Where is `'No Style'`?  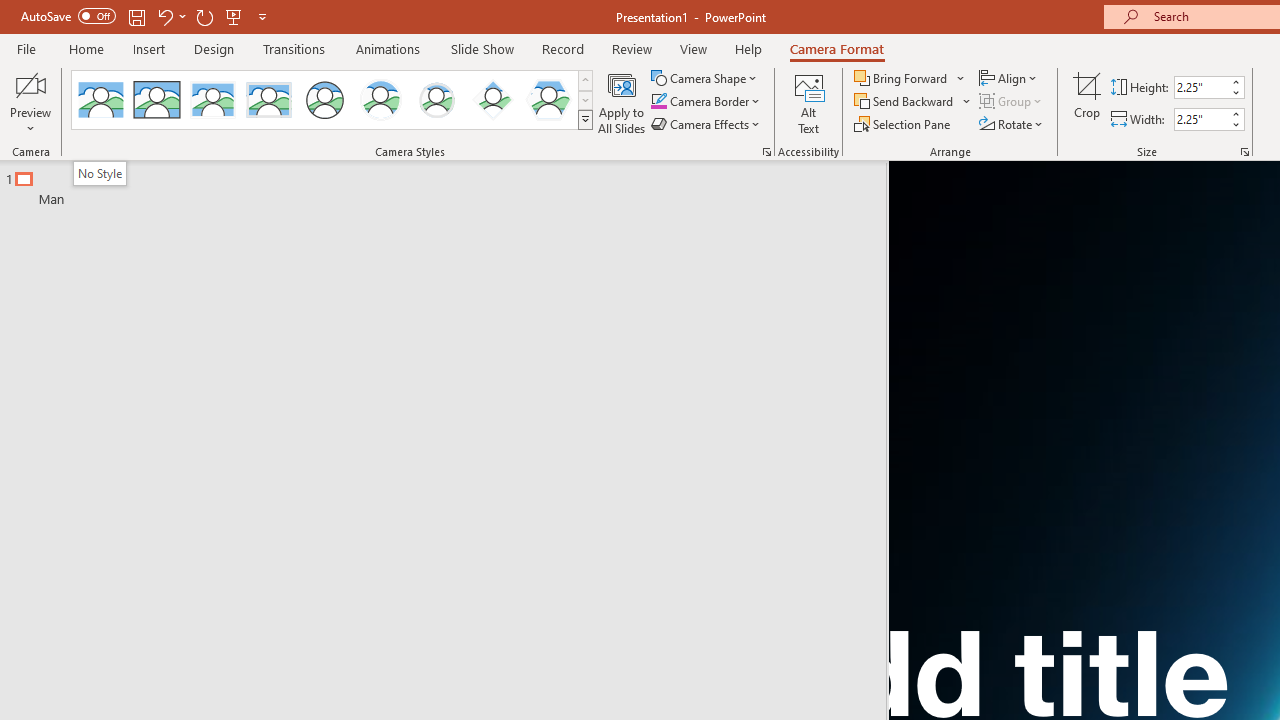
'No Style' is located at coordinates (98, 172).